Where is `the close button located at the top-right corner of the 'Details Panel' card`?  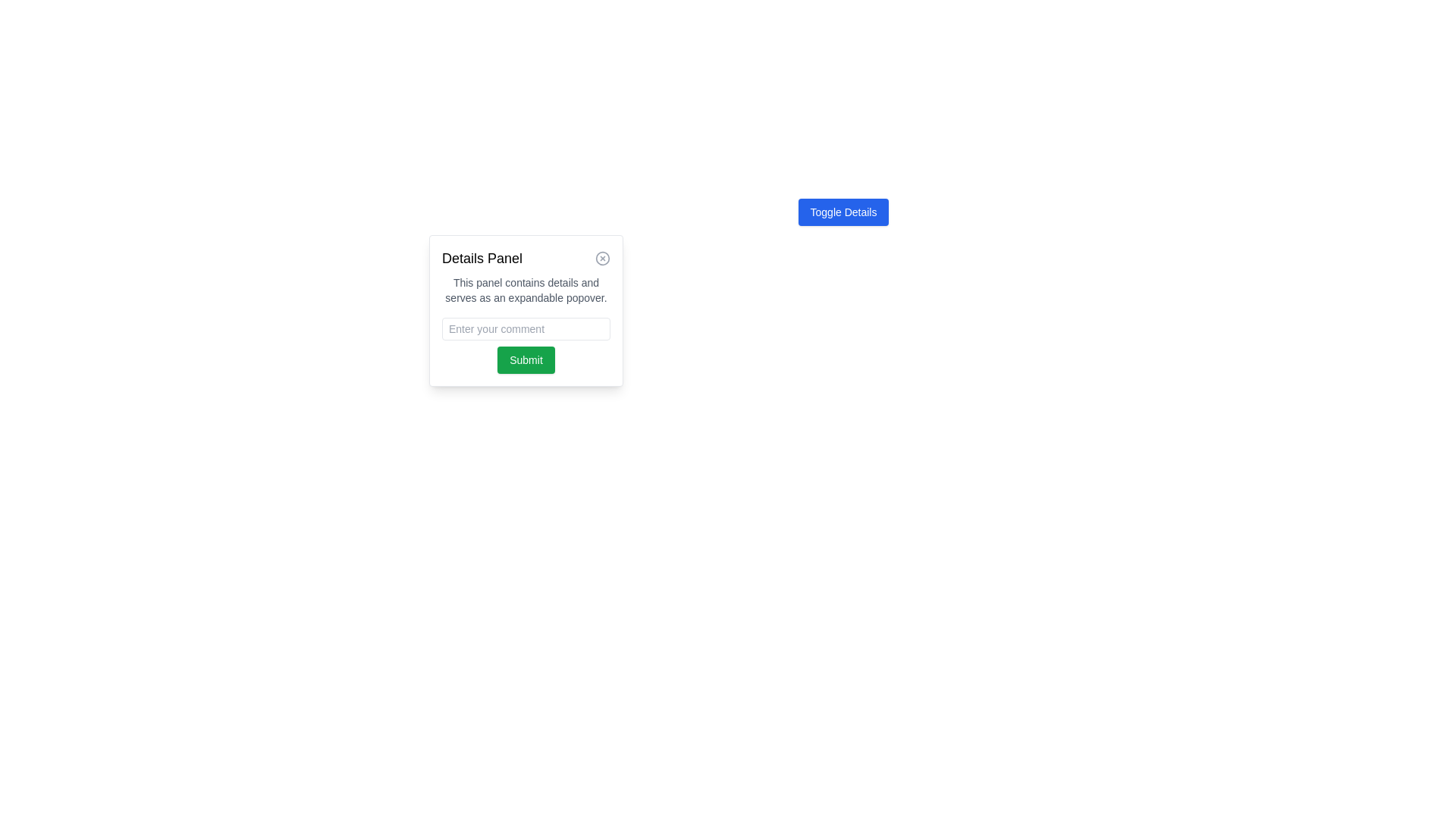 the close button located at the top-right corner of the 'Details Panel' card is located at coordinates (602, 257).